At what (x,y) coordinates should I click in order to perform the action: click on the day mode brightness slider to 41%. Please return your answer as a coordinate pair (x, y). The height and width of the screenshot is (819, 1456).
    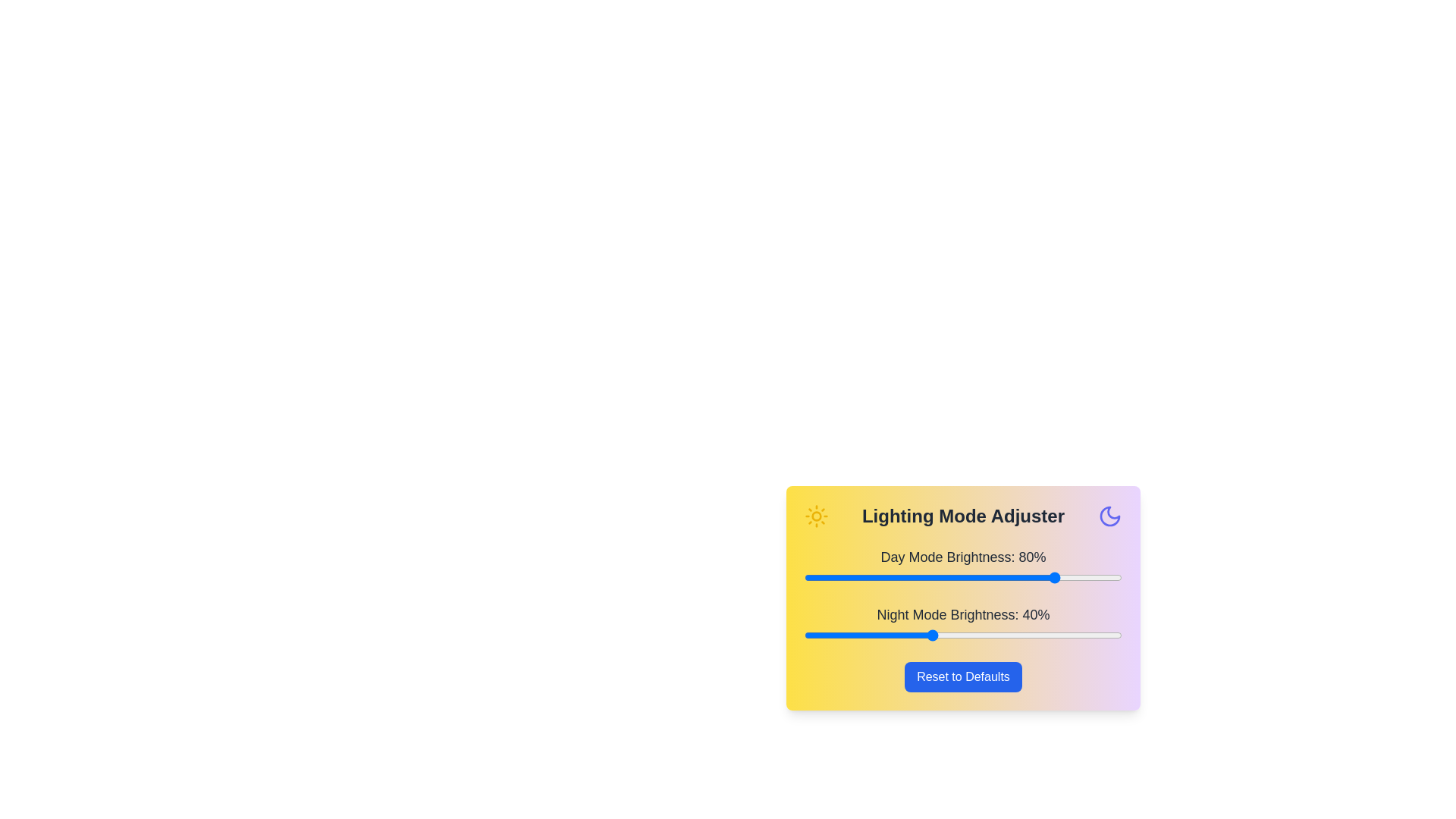
    Looking at the image, I should click on (934, 578).